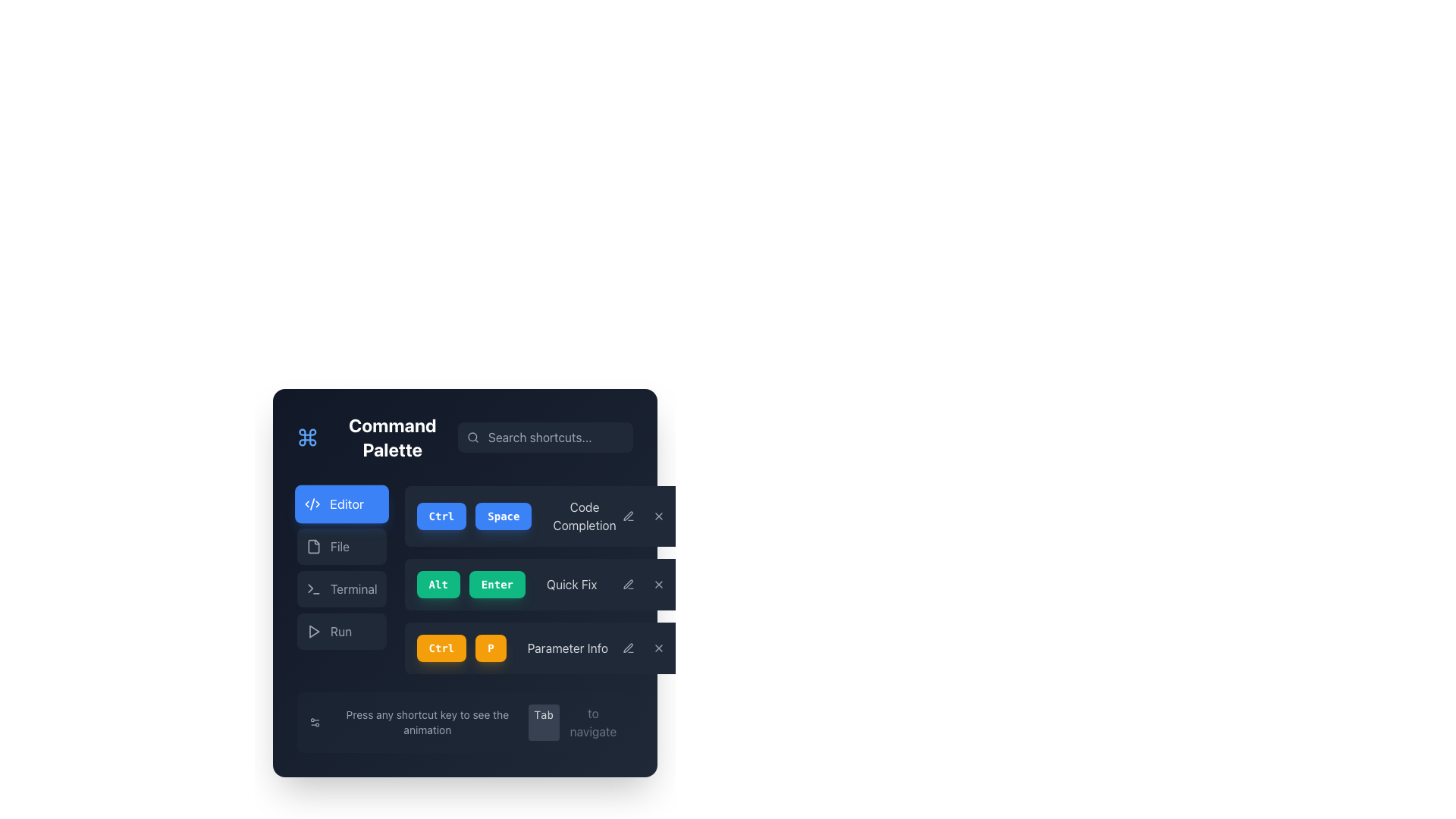 This screenshot has width=1456, height=819. Describe the element at coordinates (592, 721) in the screenshot. I see `the static text label located at the bottom-right corner of the 'Press any shortcut key` at that location.